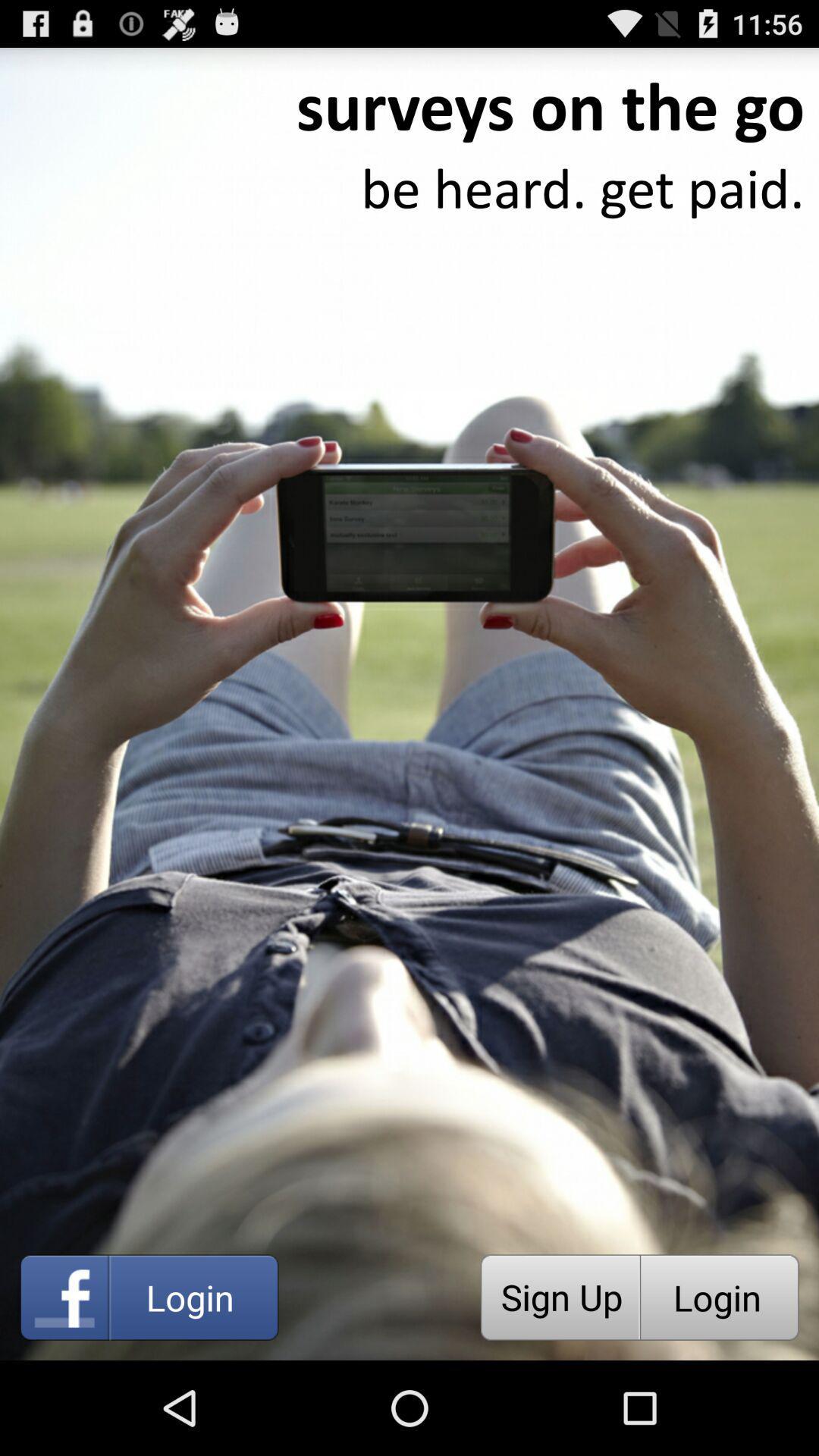  What do you see at coordinates (560, 1297) in the screenshot?
I see `icon to the right of the login icon` at bounding box center [560, 1297].